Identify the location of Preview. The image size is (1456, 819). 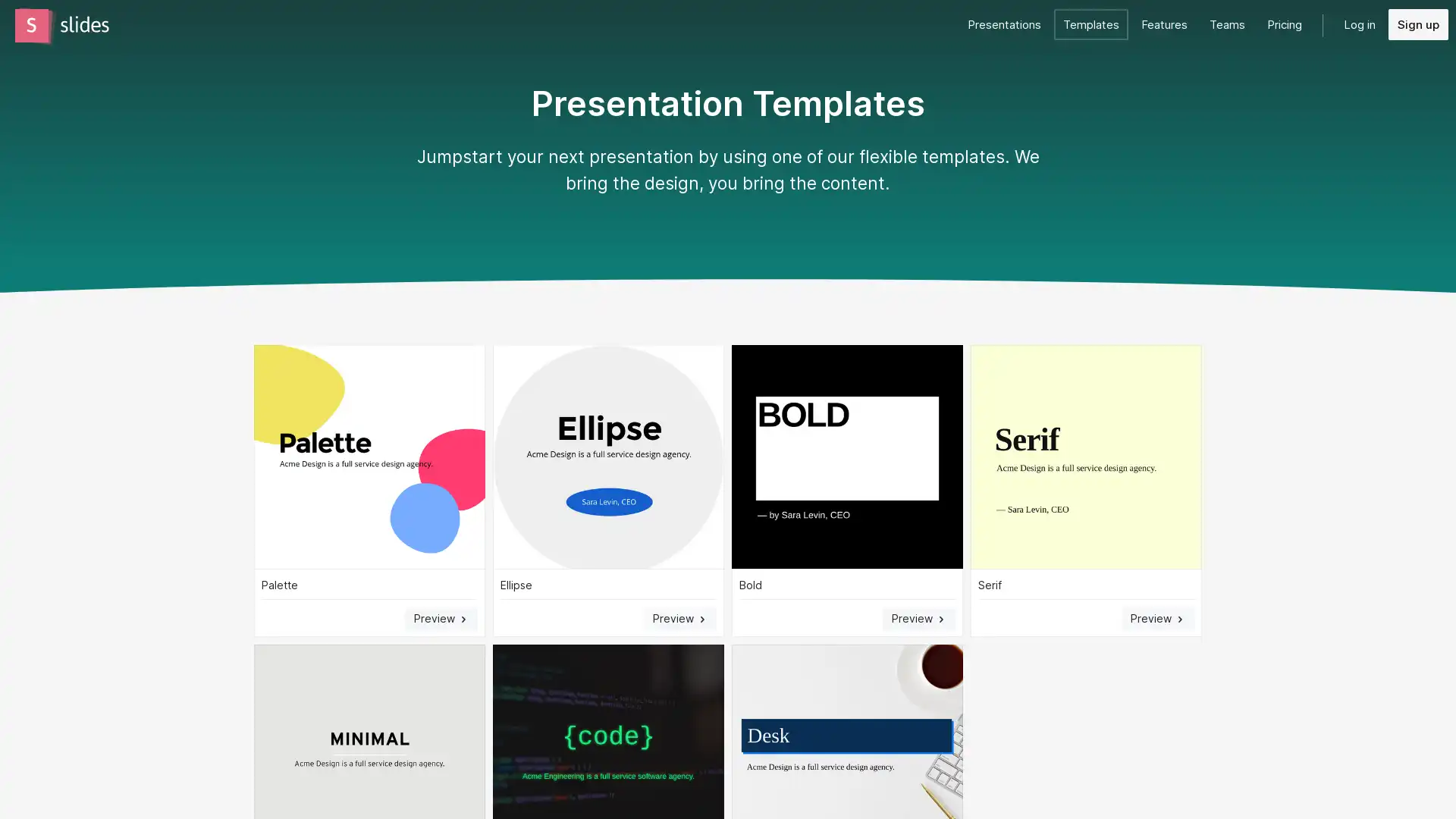
(918, 618).